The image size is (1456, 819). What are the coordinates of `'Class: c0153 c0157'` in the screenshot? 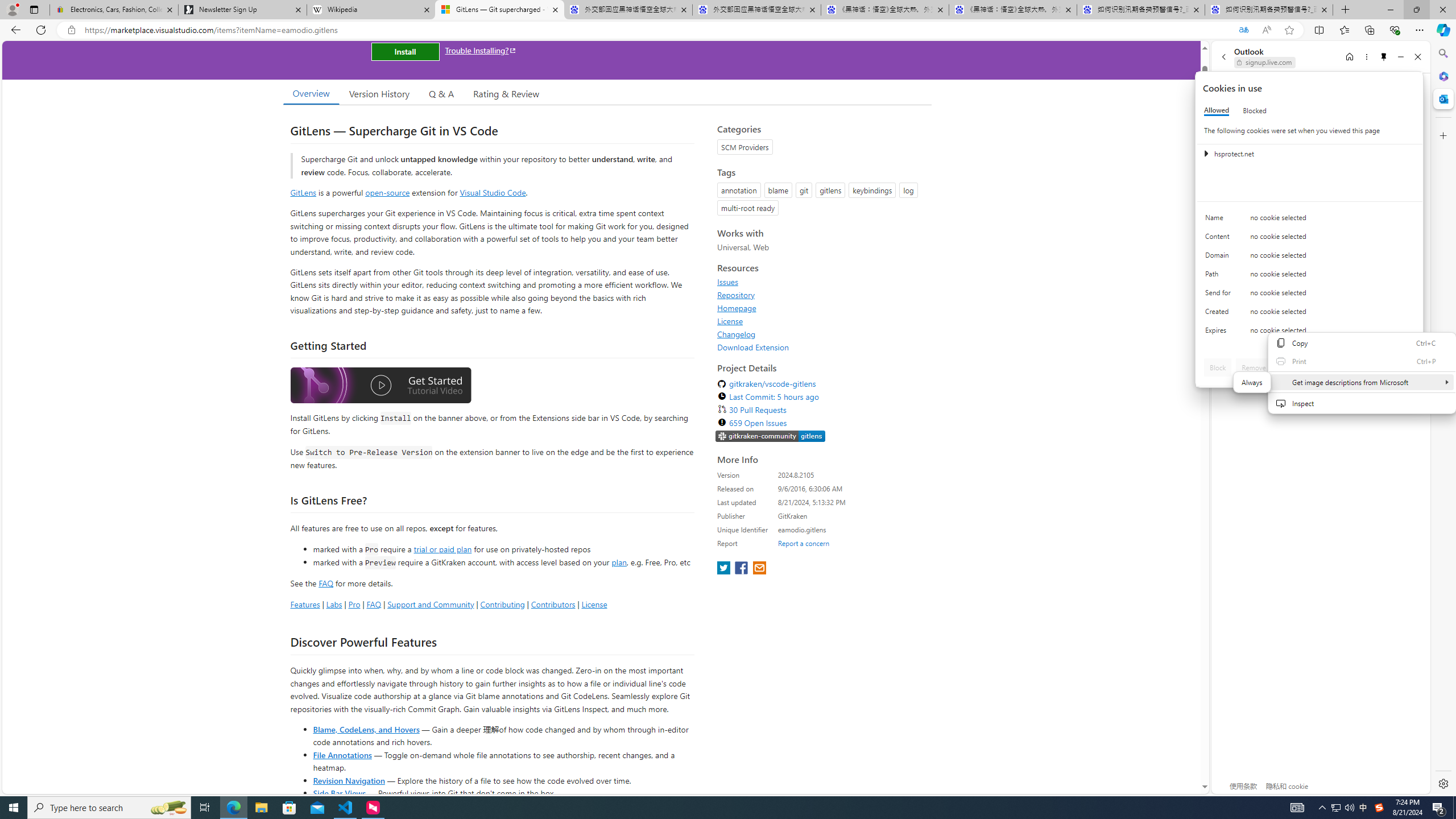 It's located at (1309, 333).